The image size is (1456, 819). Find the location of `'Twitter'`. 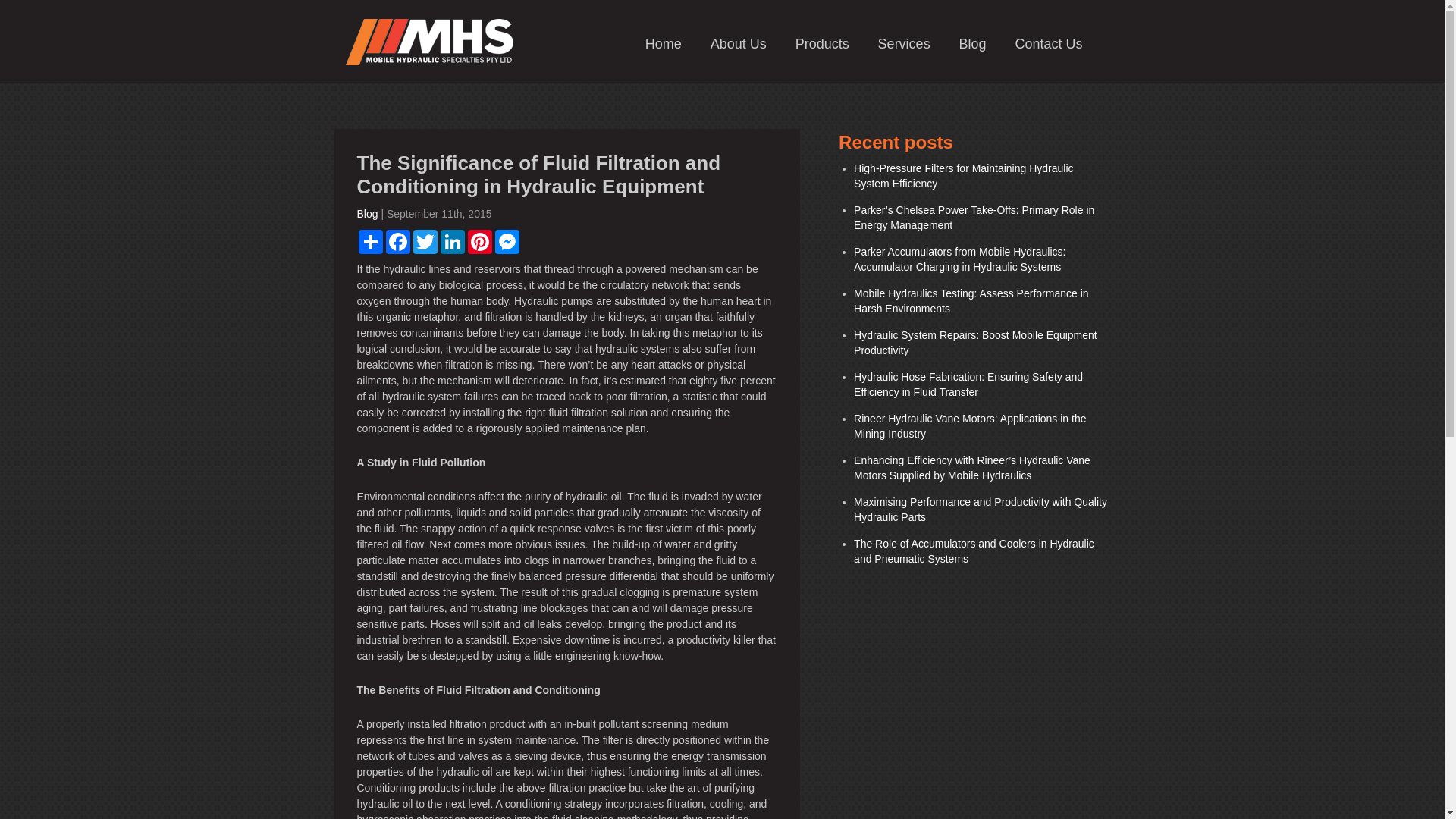

'Twitter' is located at coordinates (425, 241).